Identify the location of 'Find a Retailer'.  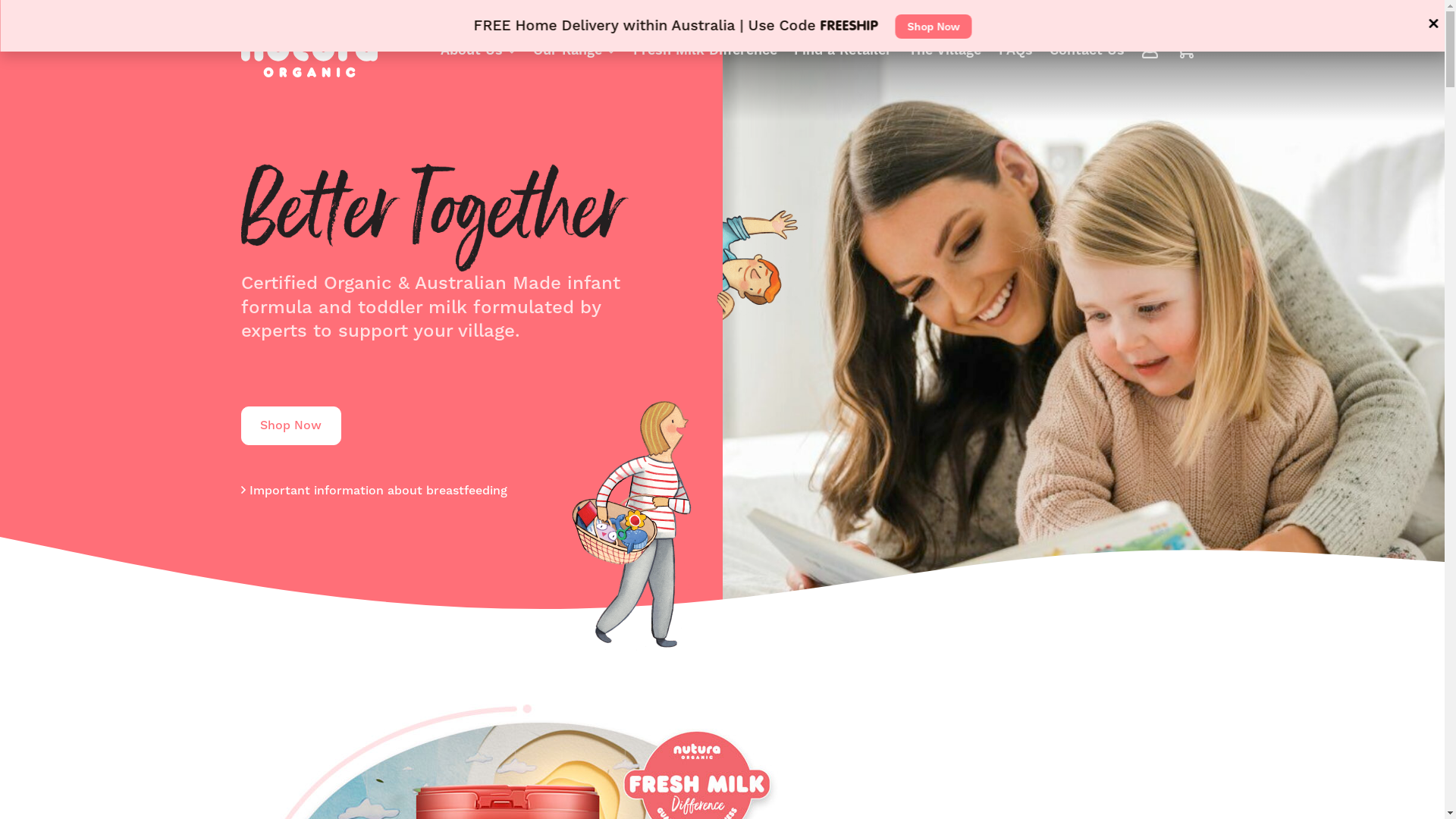
(842, 49).